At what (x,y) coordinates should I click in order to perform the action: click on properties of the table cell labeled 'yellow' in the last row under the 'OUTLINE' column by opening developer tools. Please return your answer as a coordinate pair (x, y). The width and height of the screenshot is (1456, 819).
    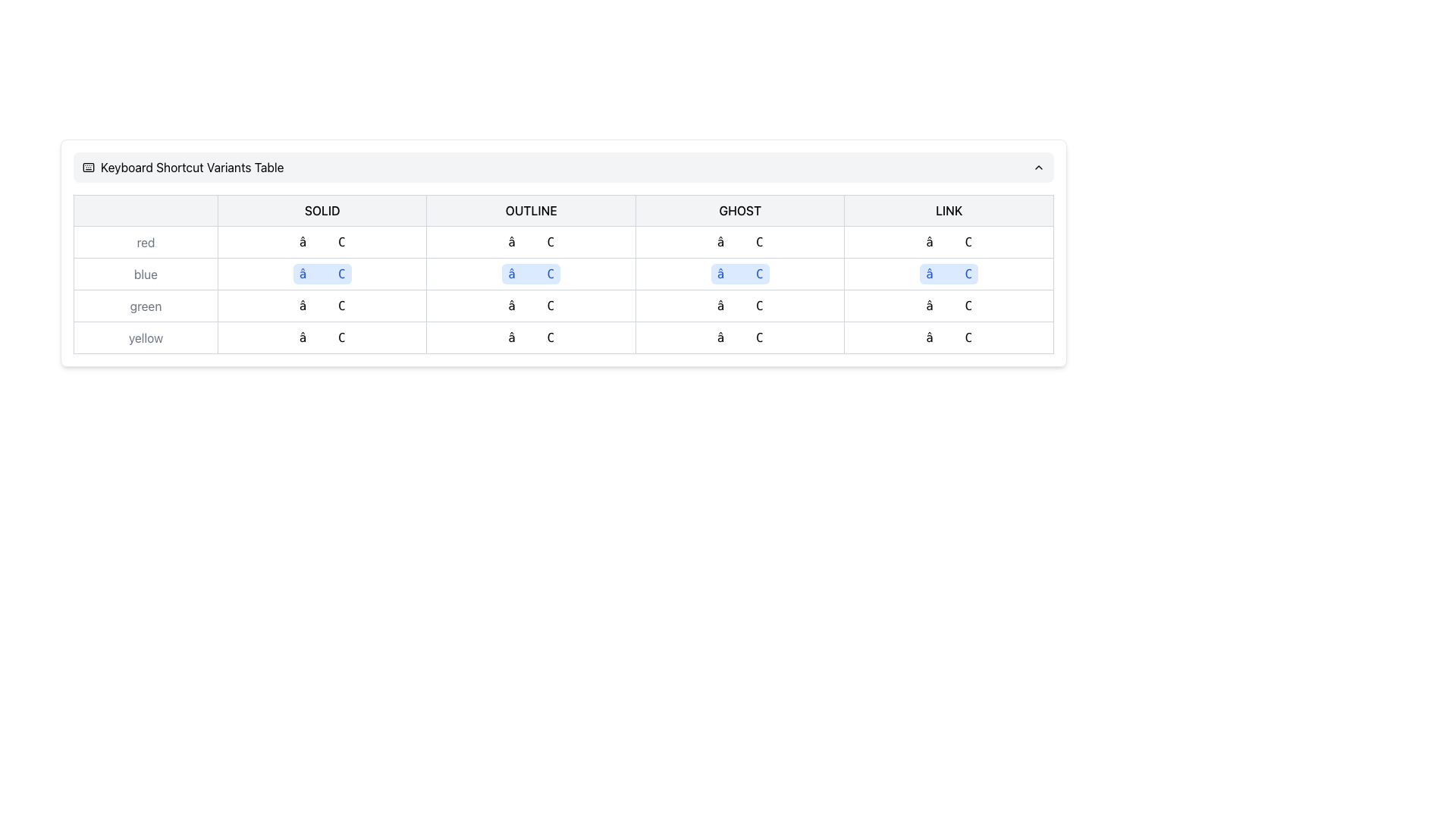
    Looking at the image, I should click on (563, 337).